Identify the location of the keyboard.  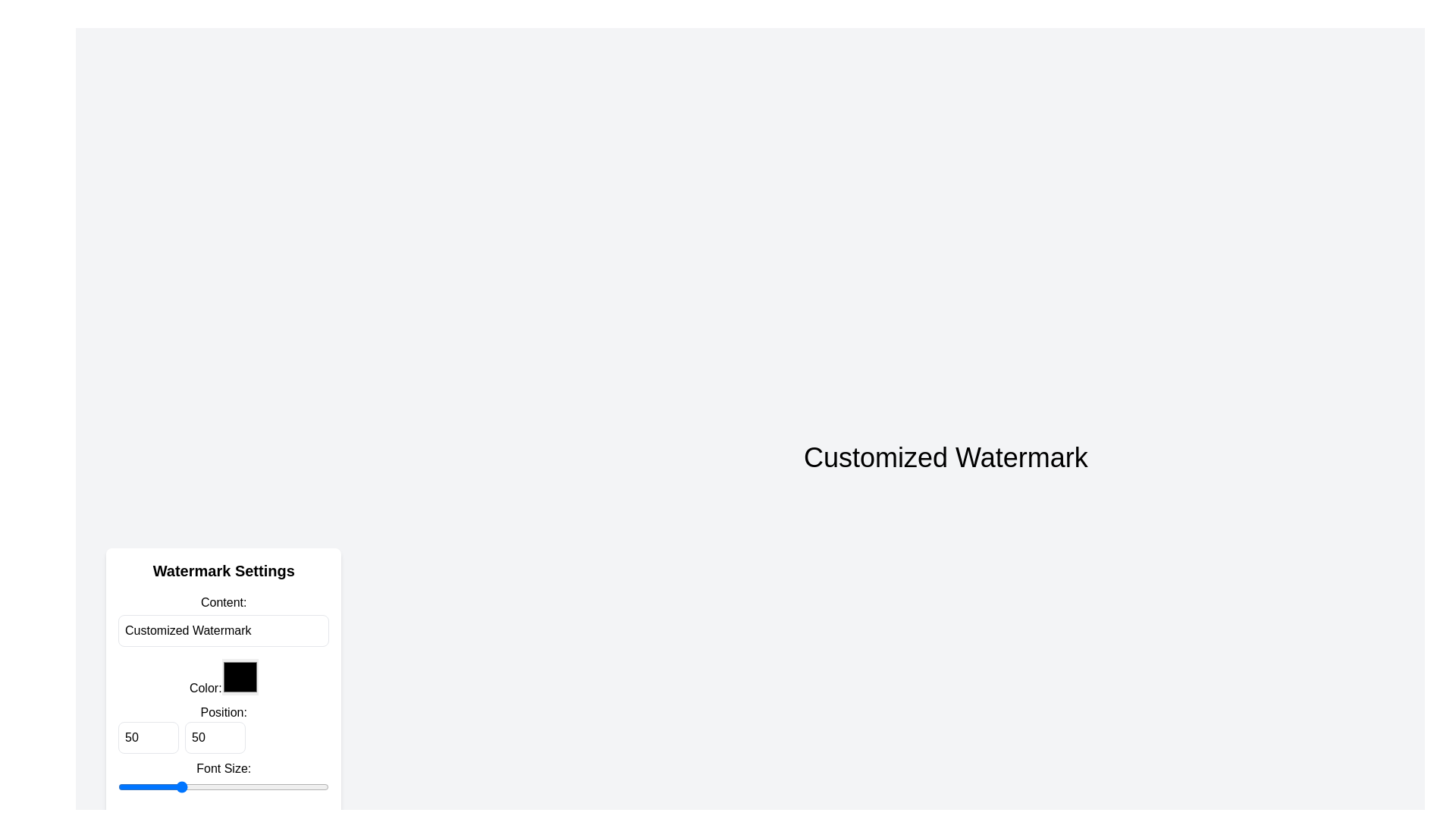
(223, 674).